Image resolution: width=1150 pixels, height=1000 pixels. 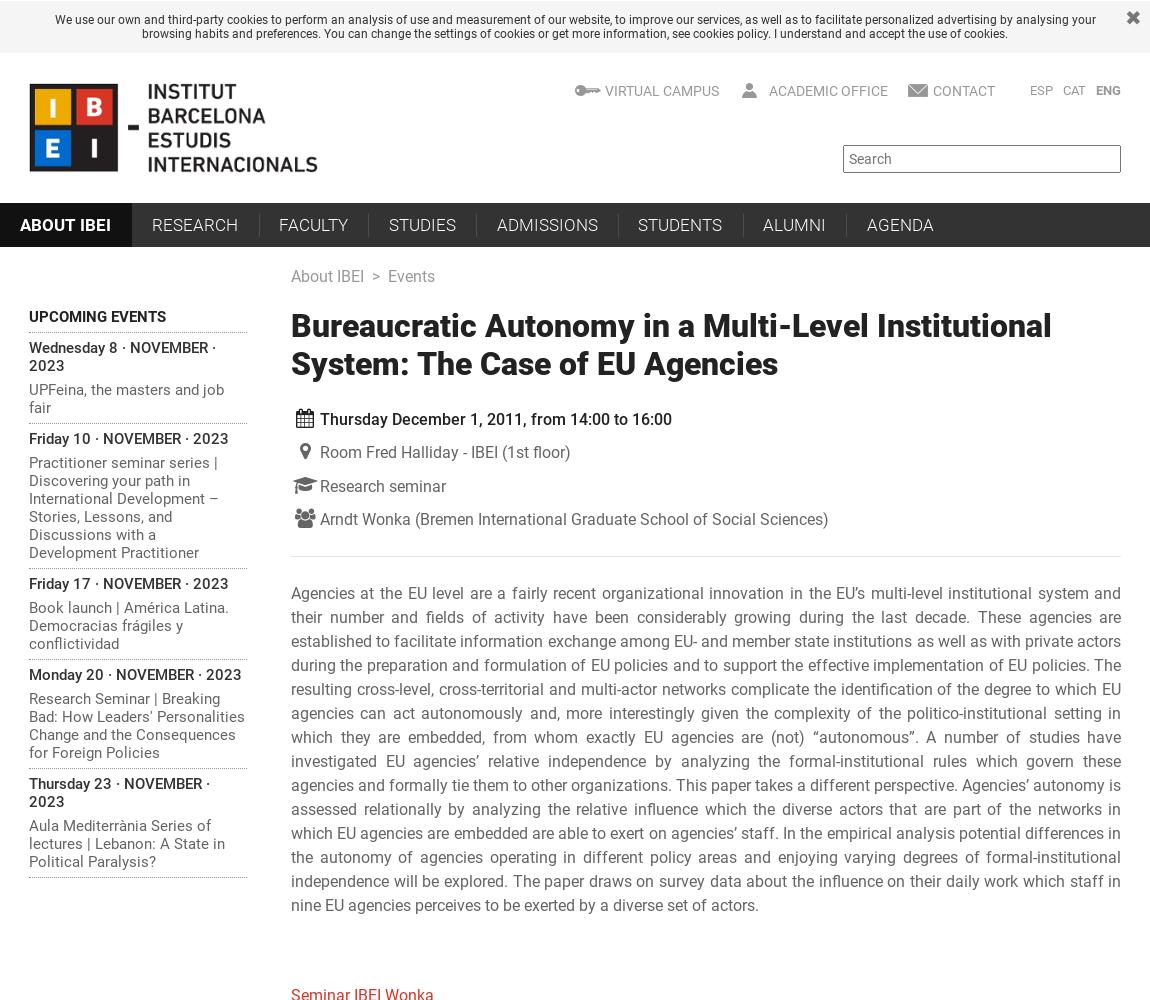 I want to click on 'Practitioner seminar series | Discovering your path in International Development – Stories, Lessons, and Discussions with a Development Practitioner', so click(x=122, y=507).